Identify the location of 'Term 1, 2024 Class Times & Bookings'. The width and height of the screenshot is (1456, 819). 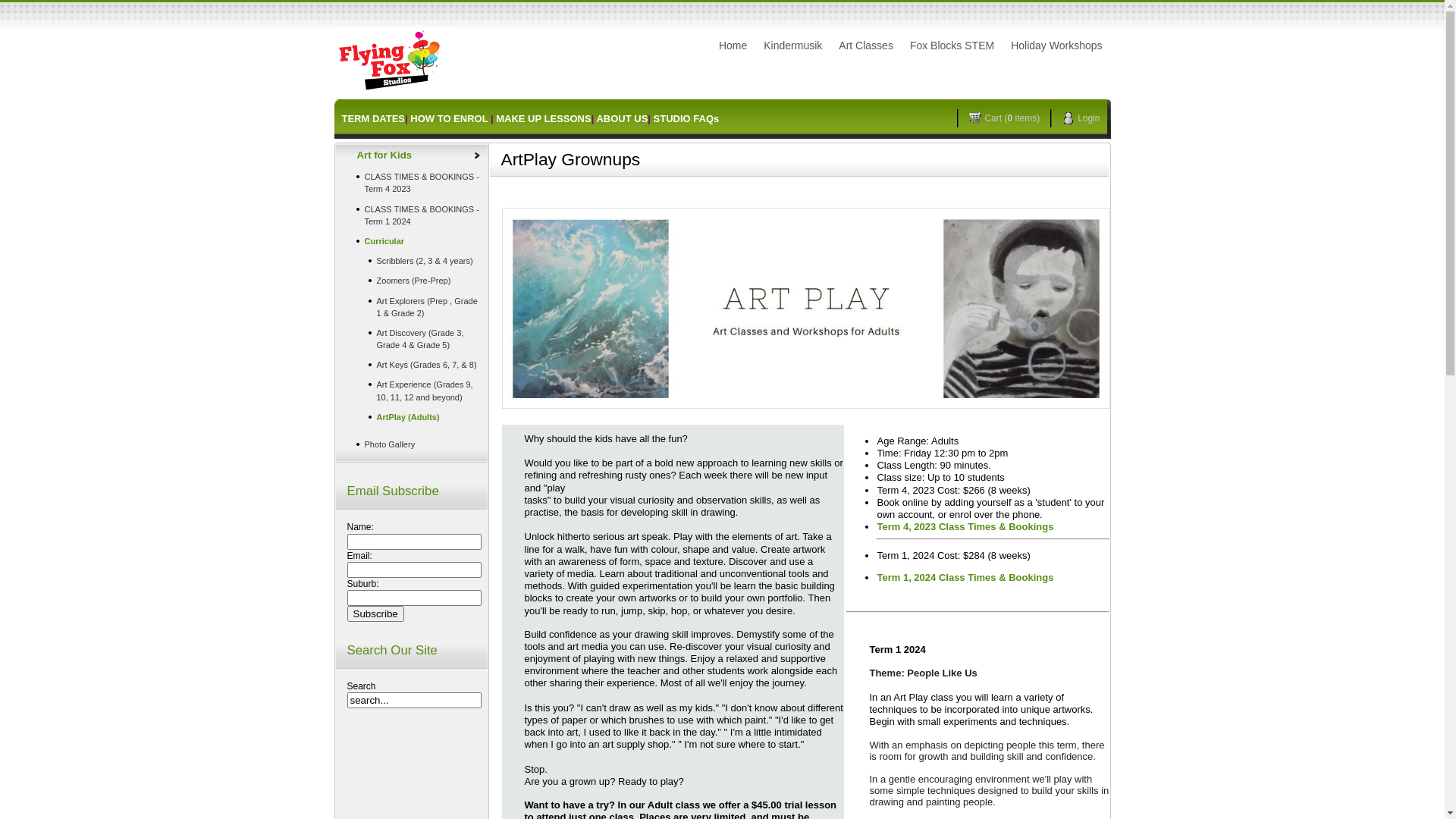
(964, 577).